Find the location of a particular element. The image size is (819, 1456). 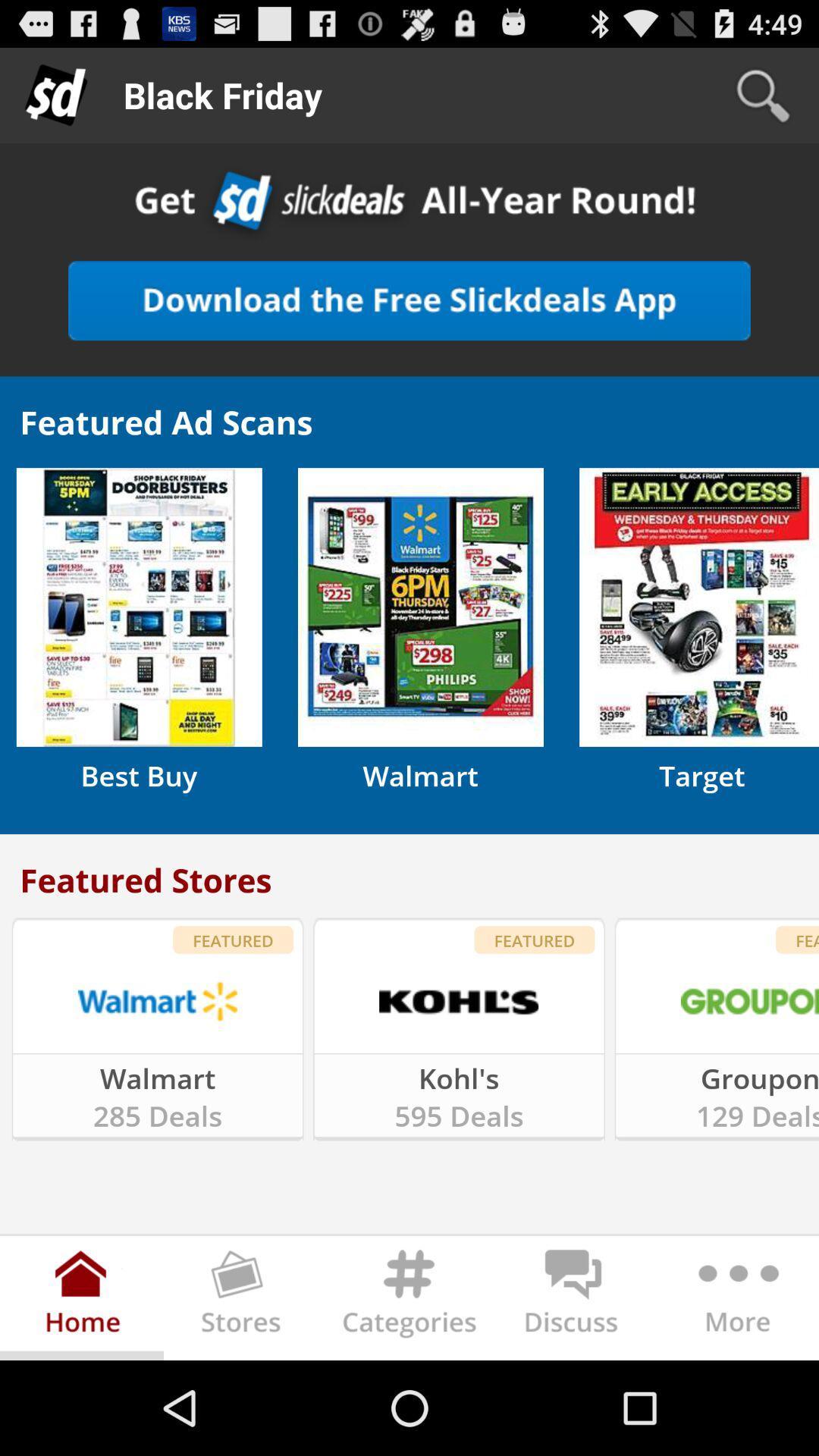

the chat icon is located at coordinates (573, 1392).